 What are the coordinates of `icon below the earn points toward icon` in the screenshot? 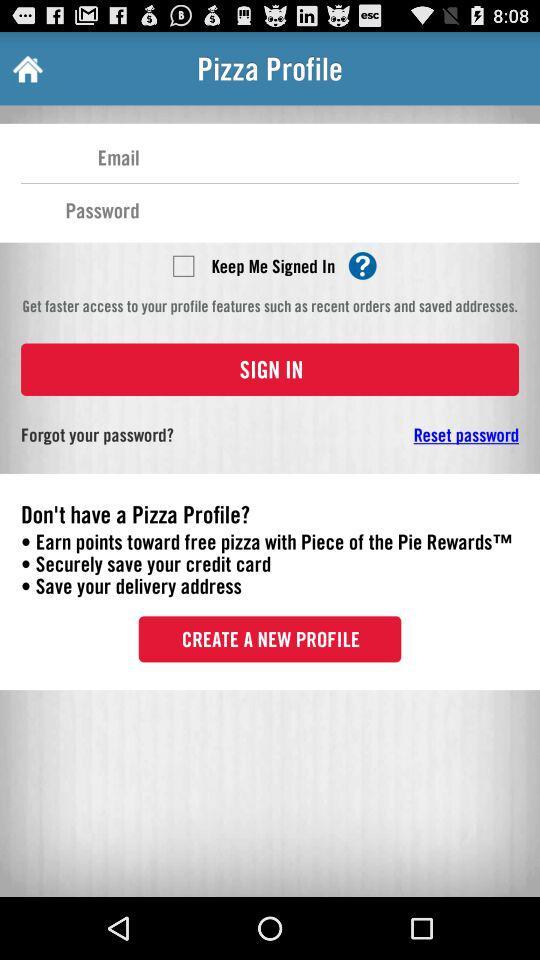 It's located at (270, 638).